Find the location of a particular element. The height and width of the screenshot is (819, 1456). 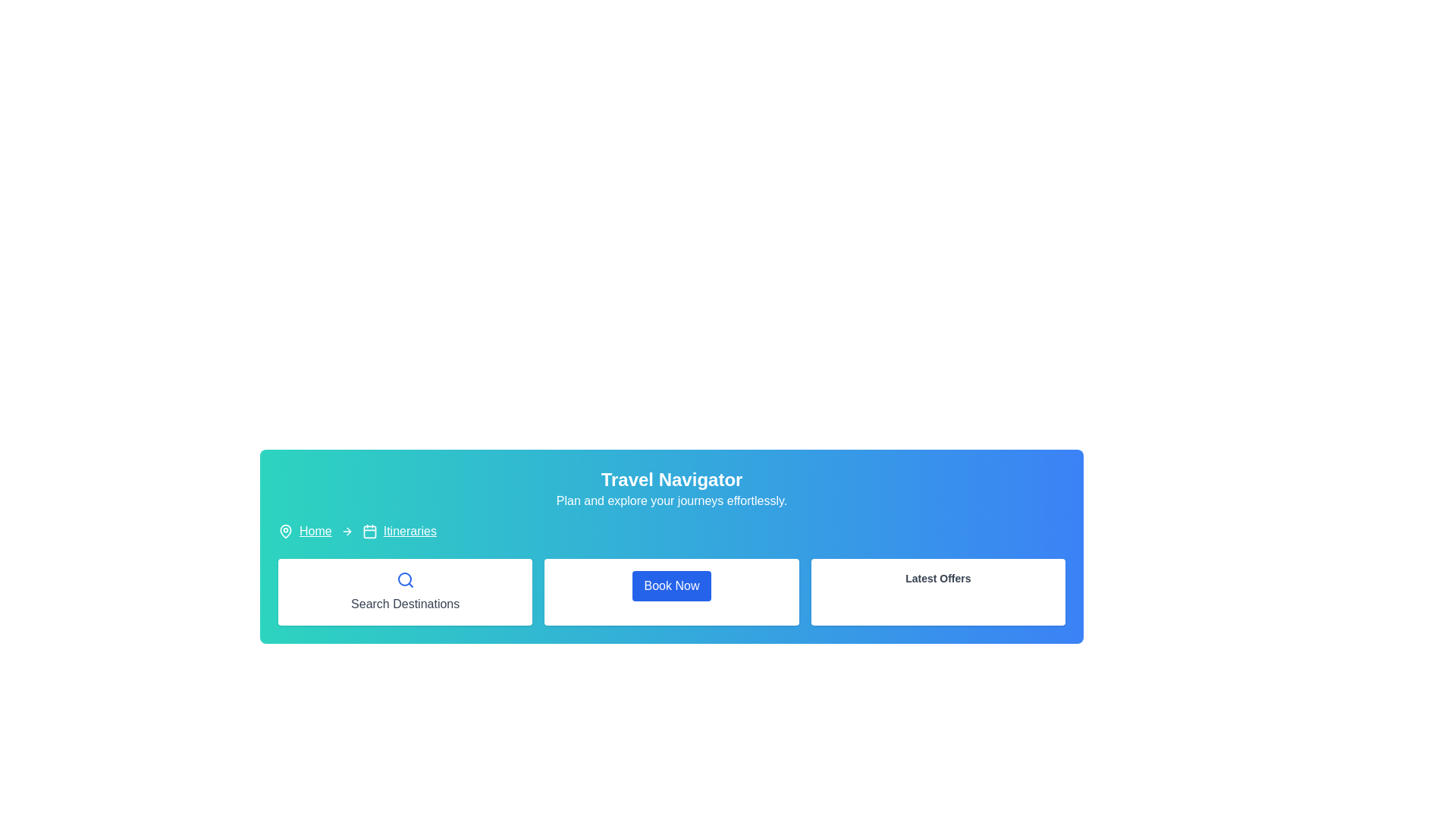

the static decorative graphic within the calendar icon located next to the text 'Itineraries' in the navigation bar is located at coordinates (369, 531).